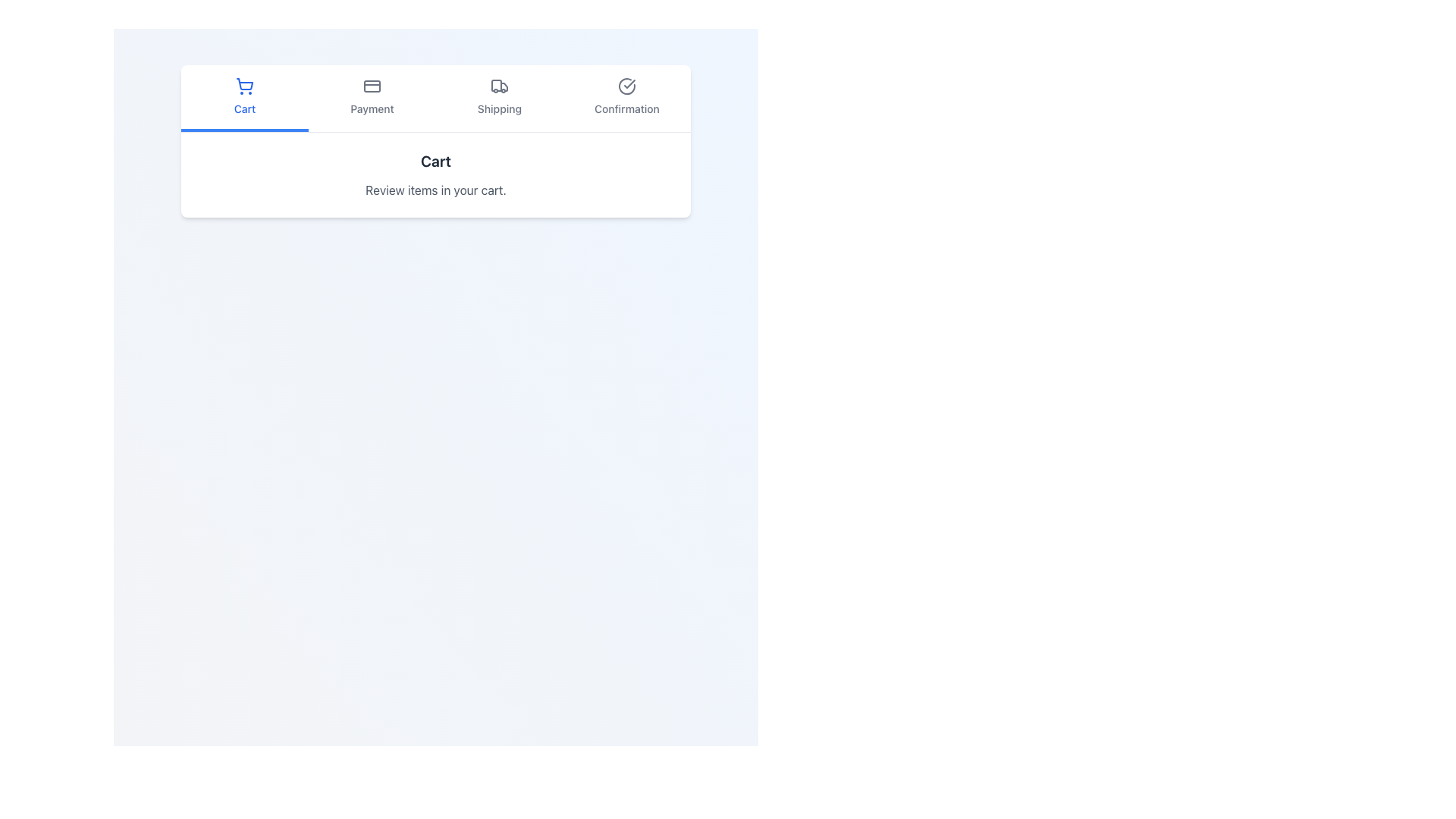 Image resolution: width=1456 pixels, height=819 pixels. Describe the element at coordinates (499, 99) in the screenshot. I see `the third item in the navigation menu labeled 'Shipping', which features a stylized truck icon above the text` at that location.